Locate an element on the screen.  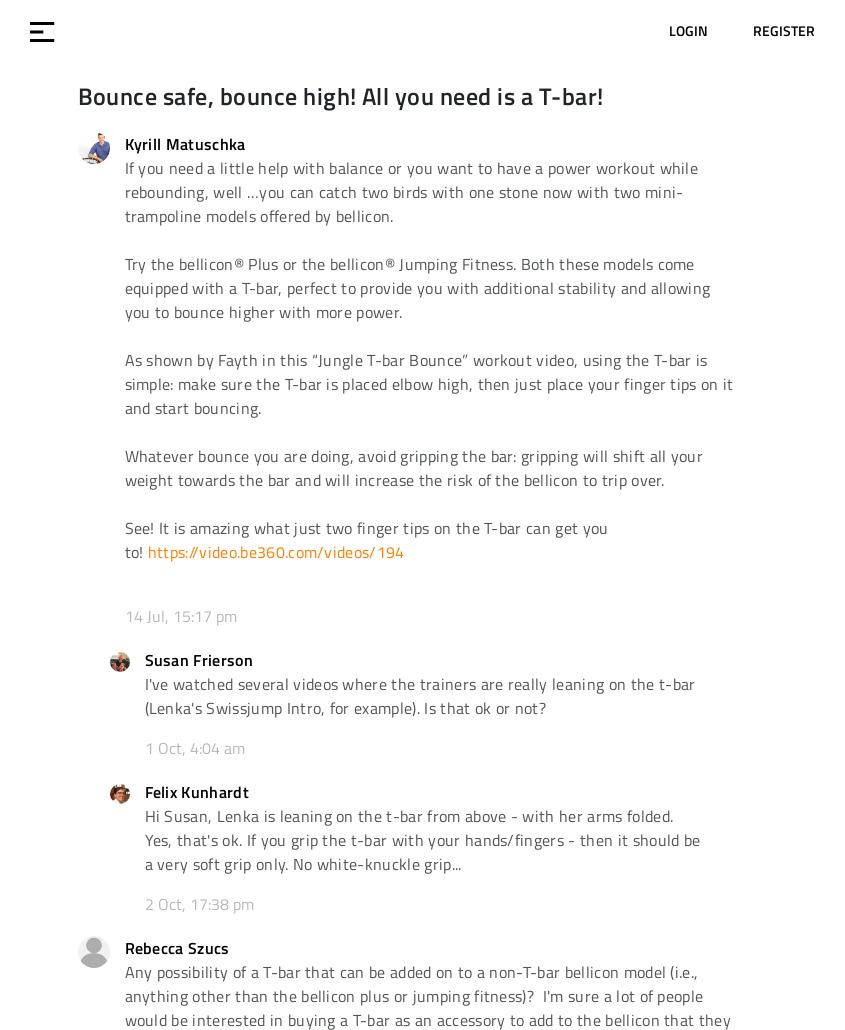
'Bounce safe, bounce high! All you need is a T-bar!' is located at coordinates (75, 94).